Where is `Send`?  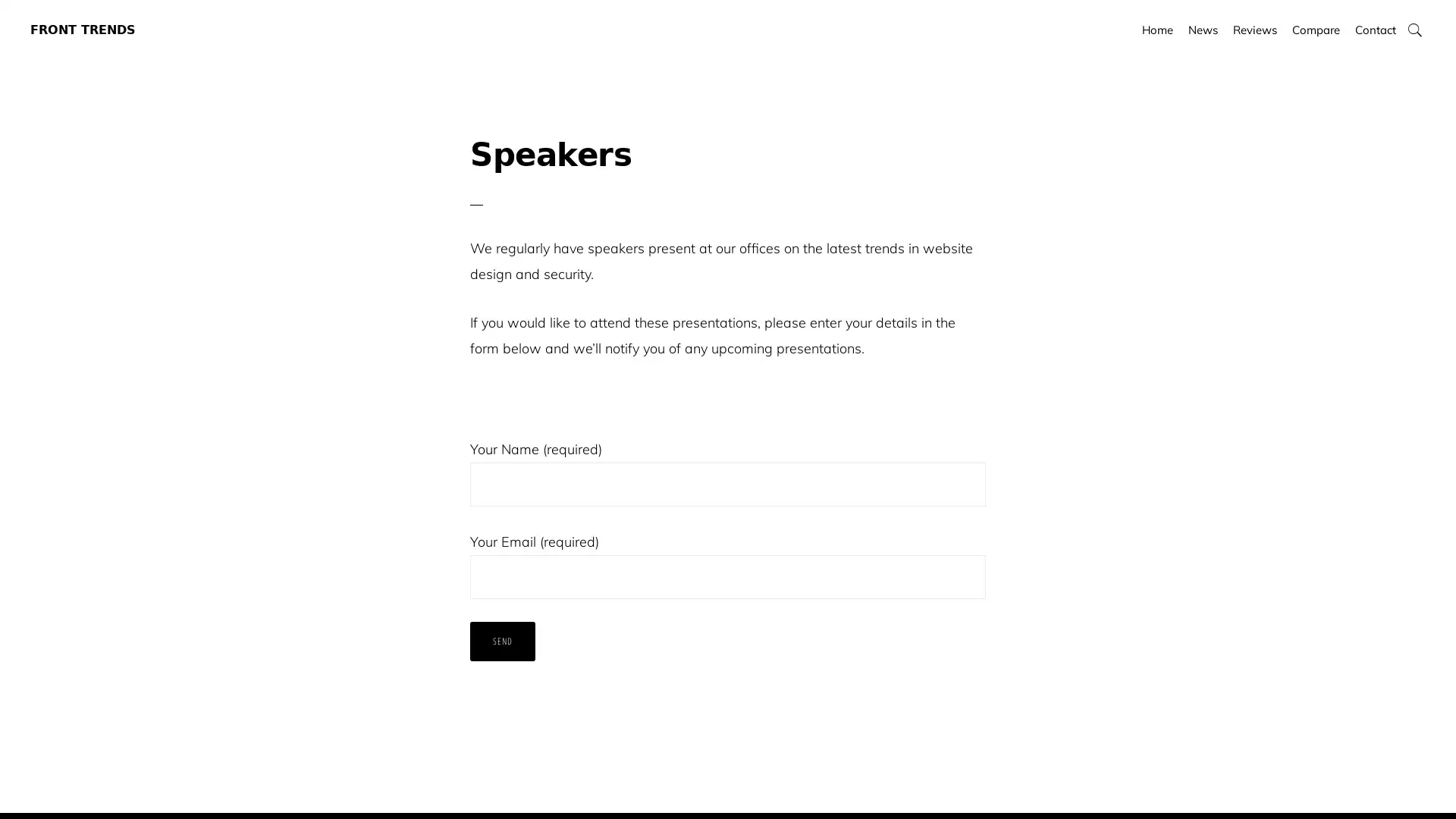
Send is located at coordinates (502, 640).